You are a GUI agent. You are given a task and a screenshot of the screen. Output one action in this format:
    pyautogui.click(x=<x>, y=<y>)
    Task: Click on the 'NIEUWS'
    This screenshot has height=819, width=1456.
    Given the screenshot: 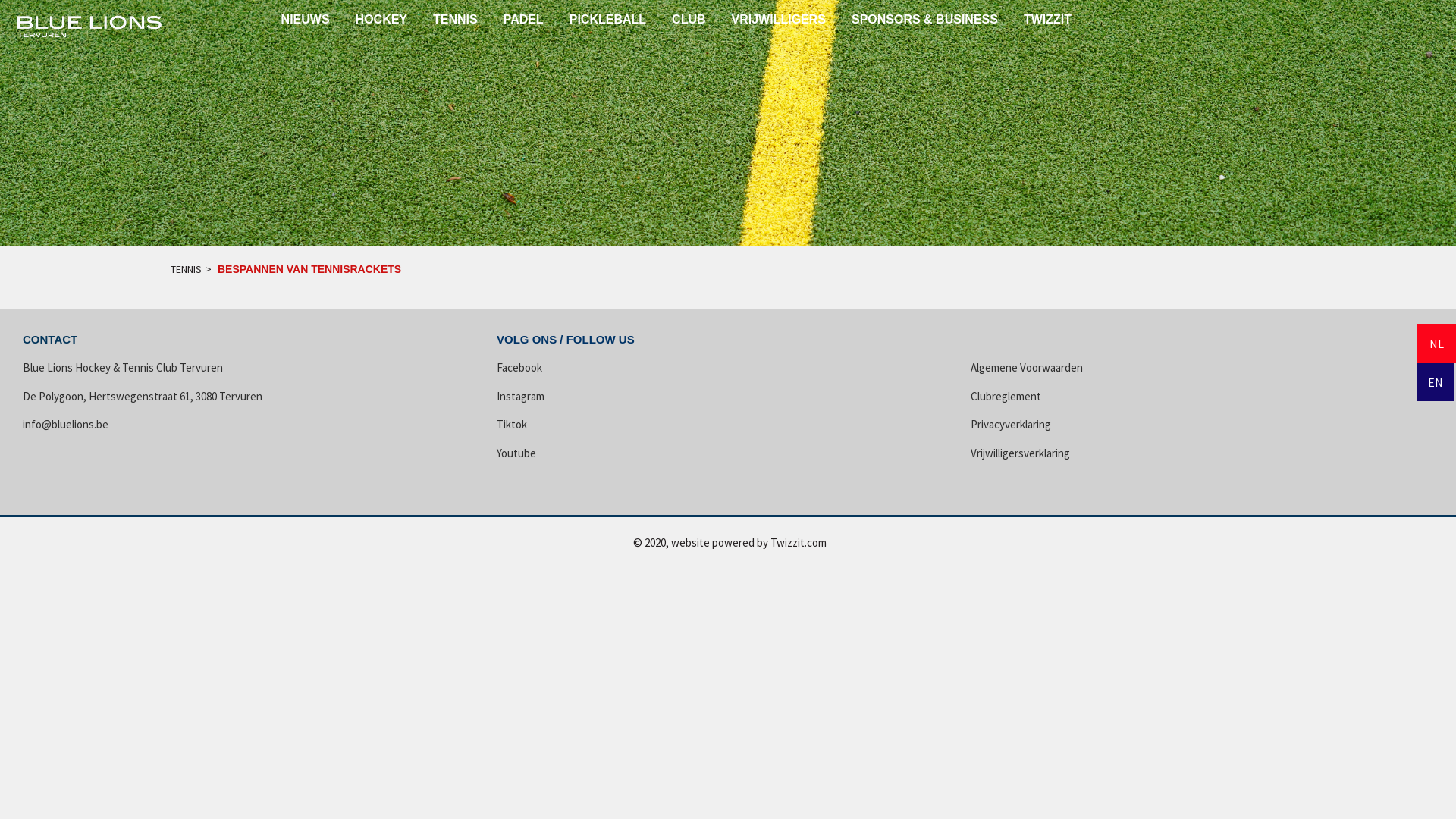 What is the action you would take?
    pyautogui.click(x=305, y=20)
    